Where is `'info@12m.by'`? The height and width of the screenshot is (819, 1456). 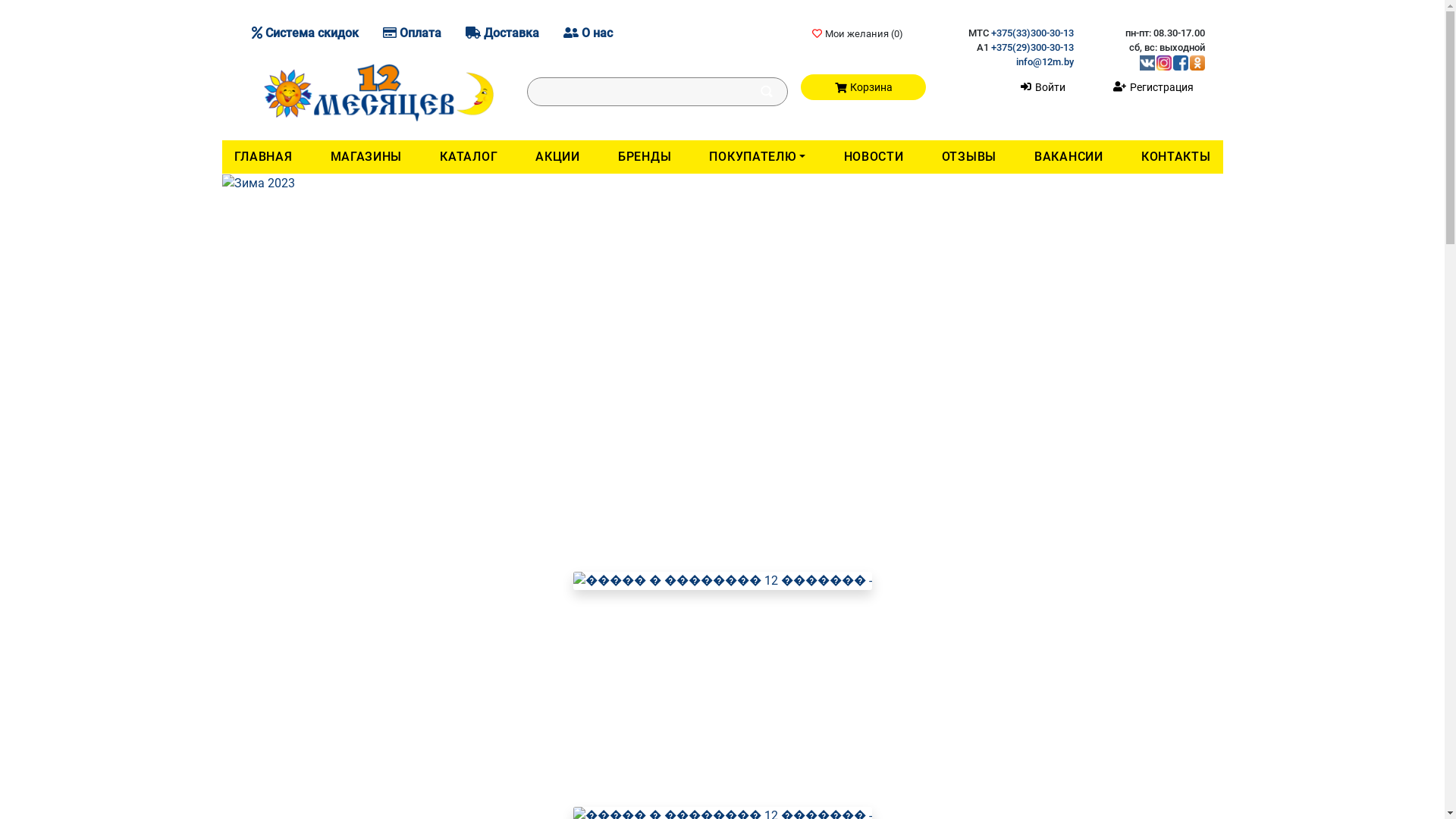 'info@12m.by' is located at coordinates (1015, 61).